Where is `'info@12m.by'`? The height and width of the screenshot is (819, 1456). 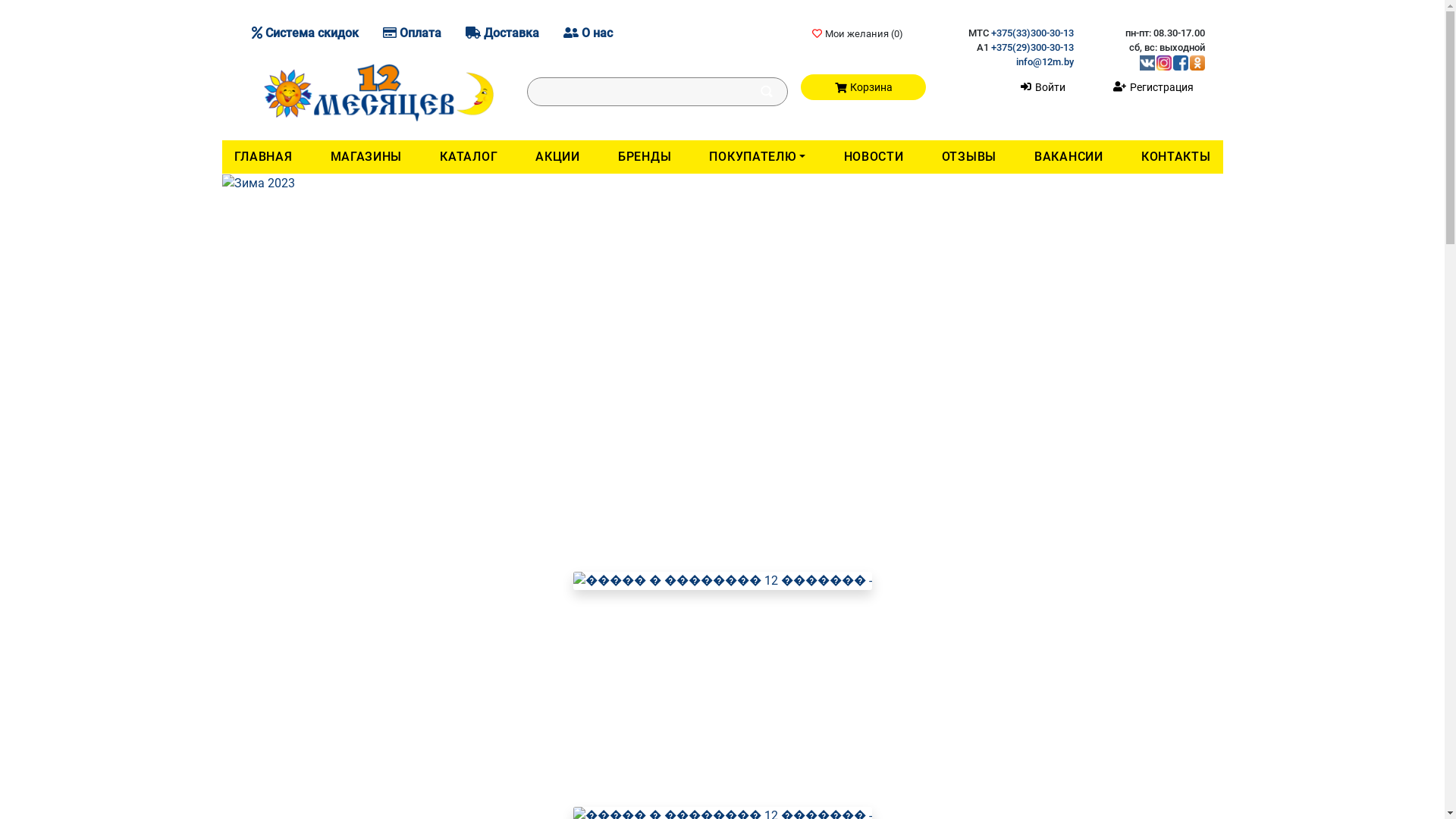 'info@12m.by' is located at coordinates (1015, 61).